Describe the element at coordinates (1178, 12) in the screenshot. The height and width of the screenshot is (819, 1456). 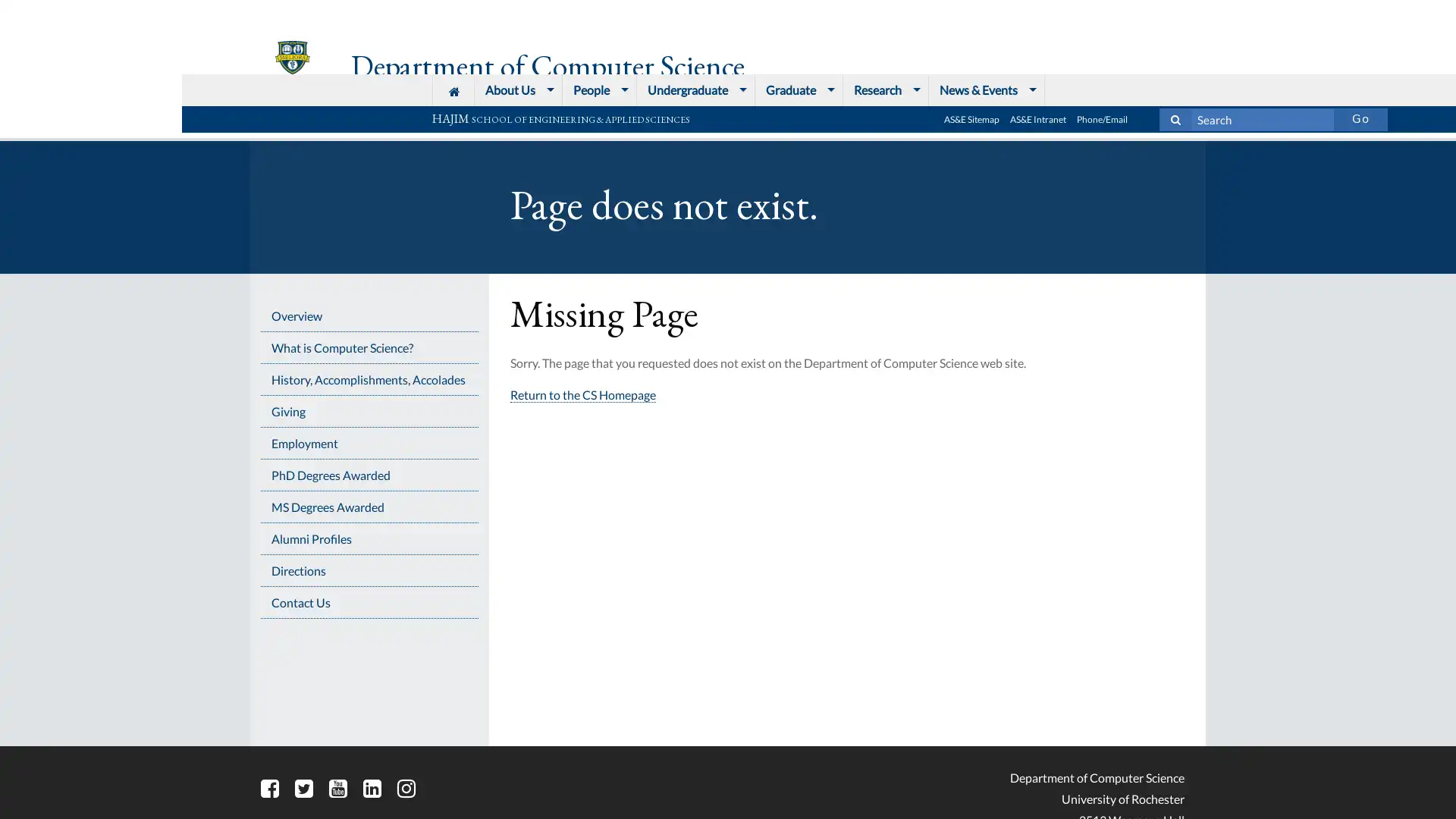
I see `Go` at that location.